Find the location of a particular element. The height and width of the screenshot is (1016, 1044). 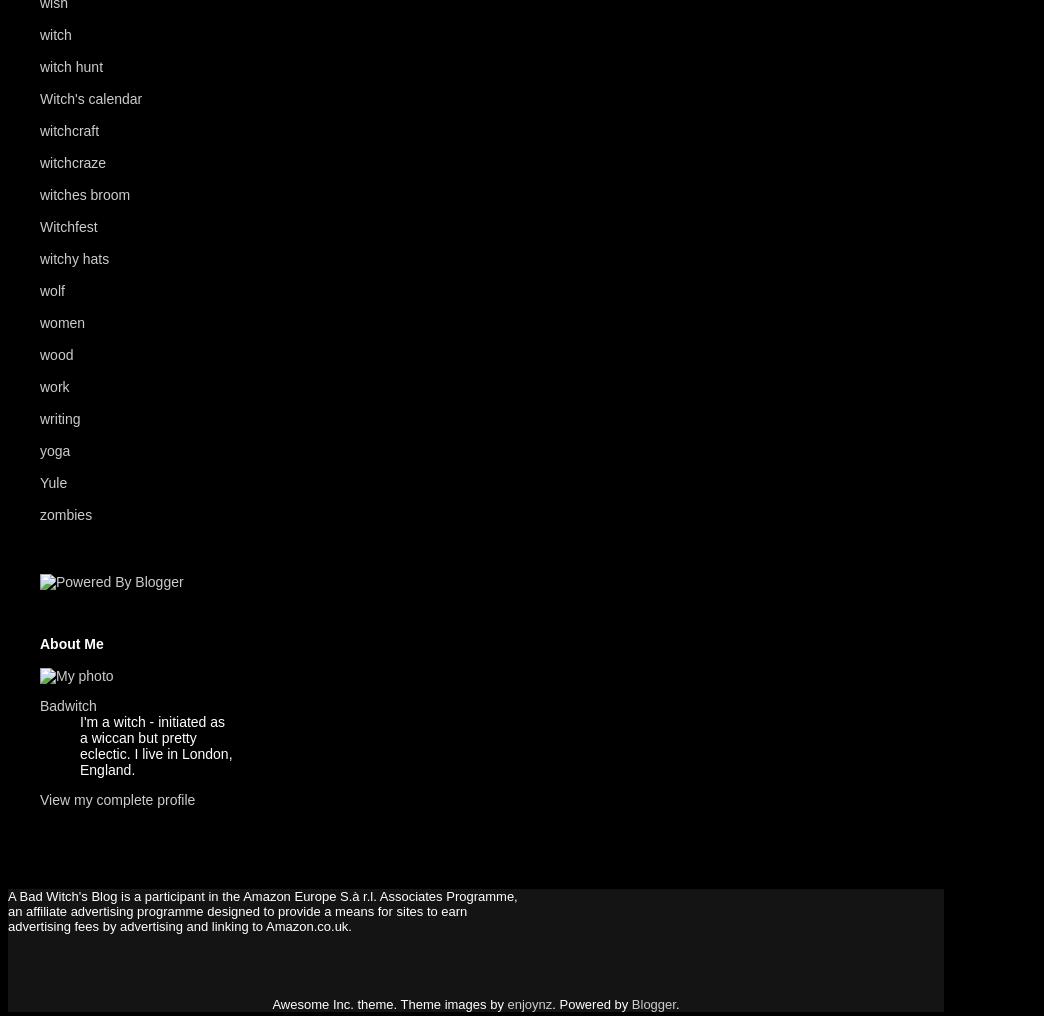

'zombies' is located at coordinates (38, 514).